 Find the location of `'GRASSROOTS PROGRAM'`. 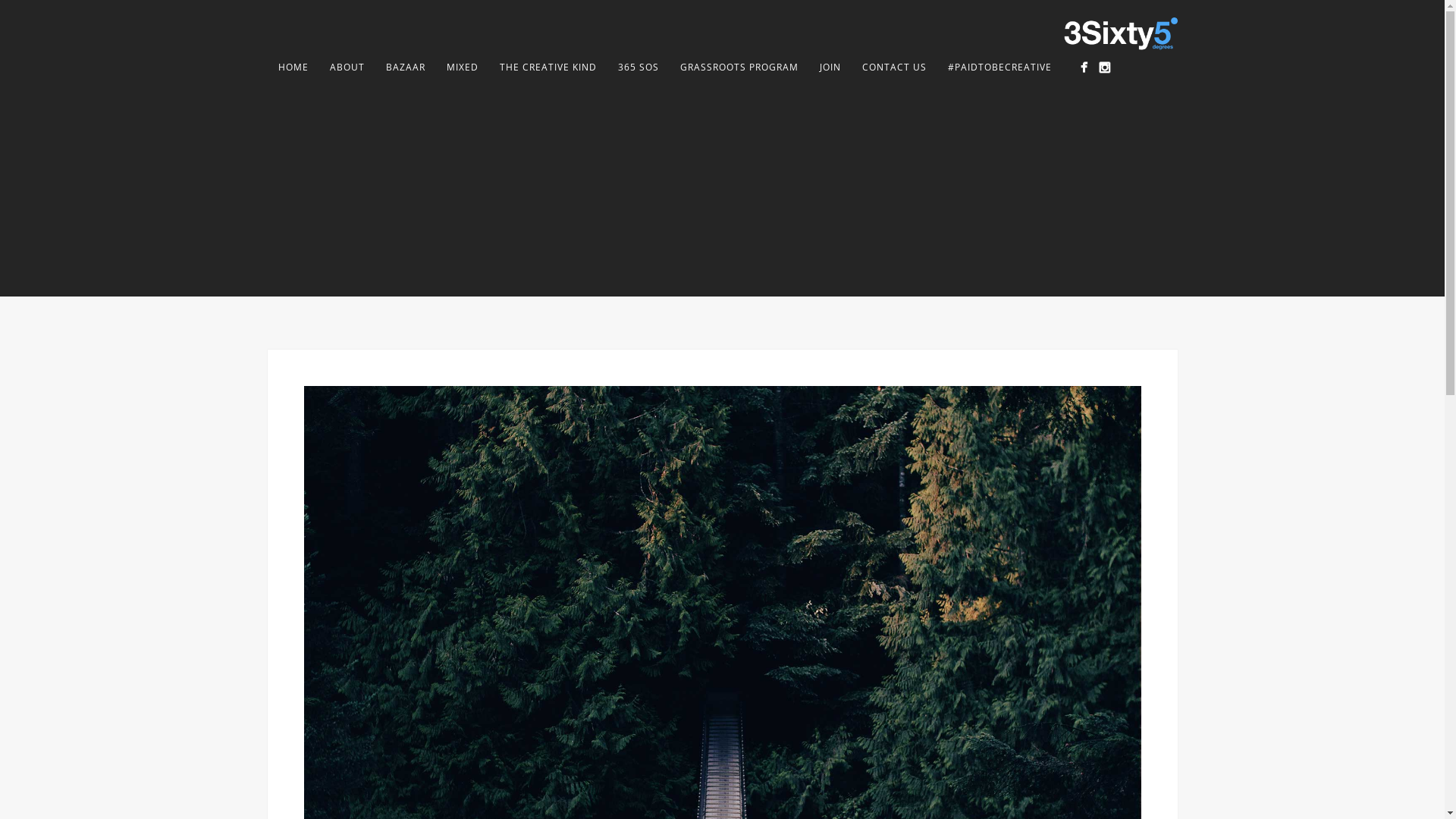

'GRASSROOTS PROGRAM' is located at coordinates (739, 66).